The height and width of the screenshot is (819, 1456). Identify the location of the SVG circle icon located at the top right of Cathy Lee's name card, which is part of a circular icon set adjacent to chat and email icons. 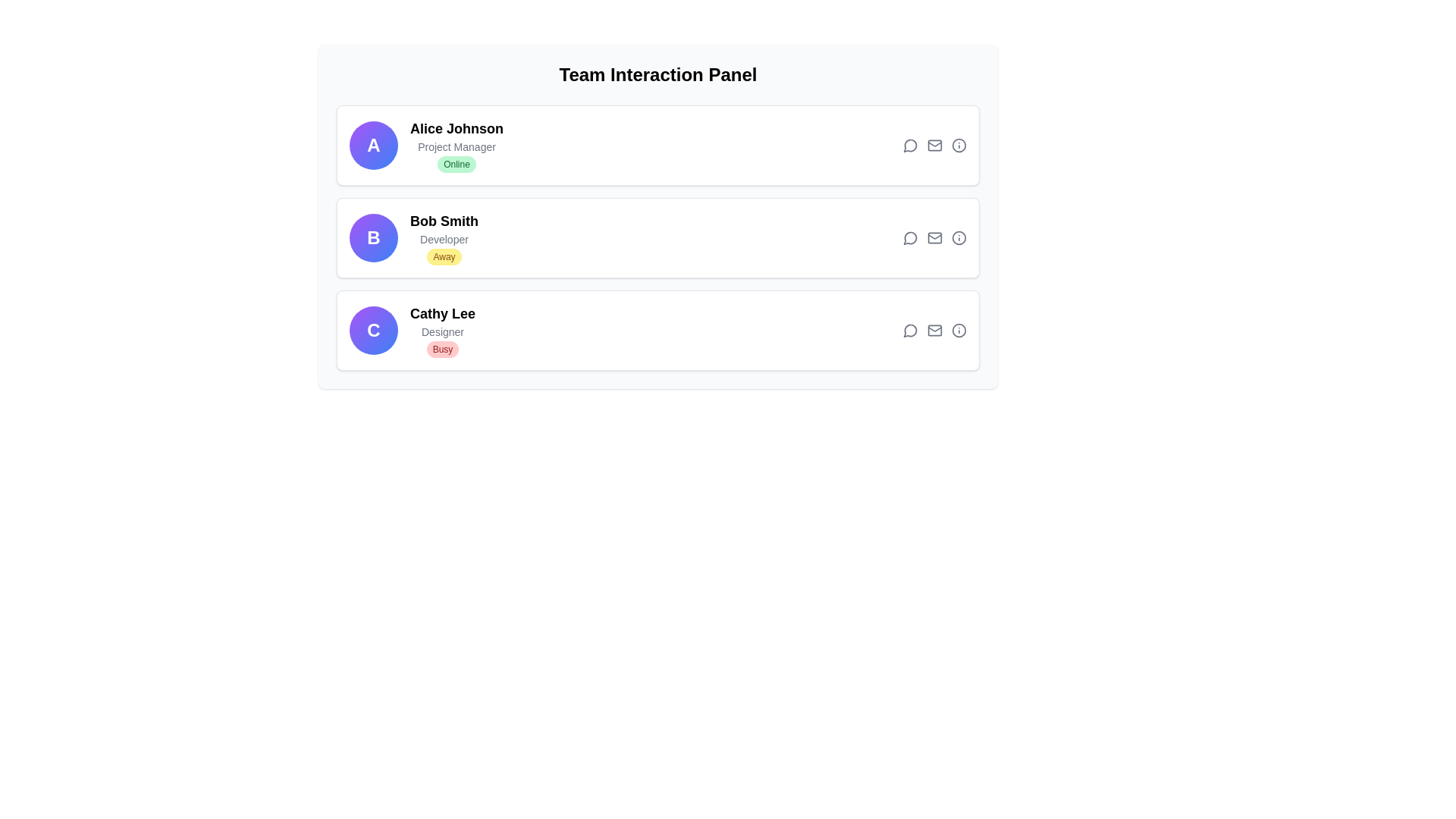
(959, 329).